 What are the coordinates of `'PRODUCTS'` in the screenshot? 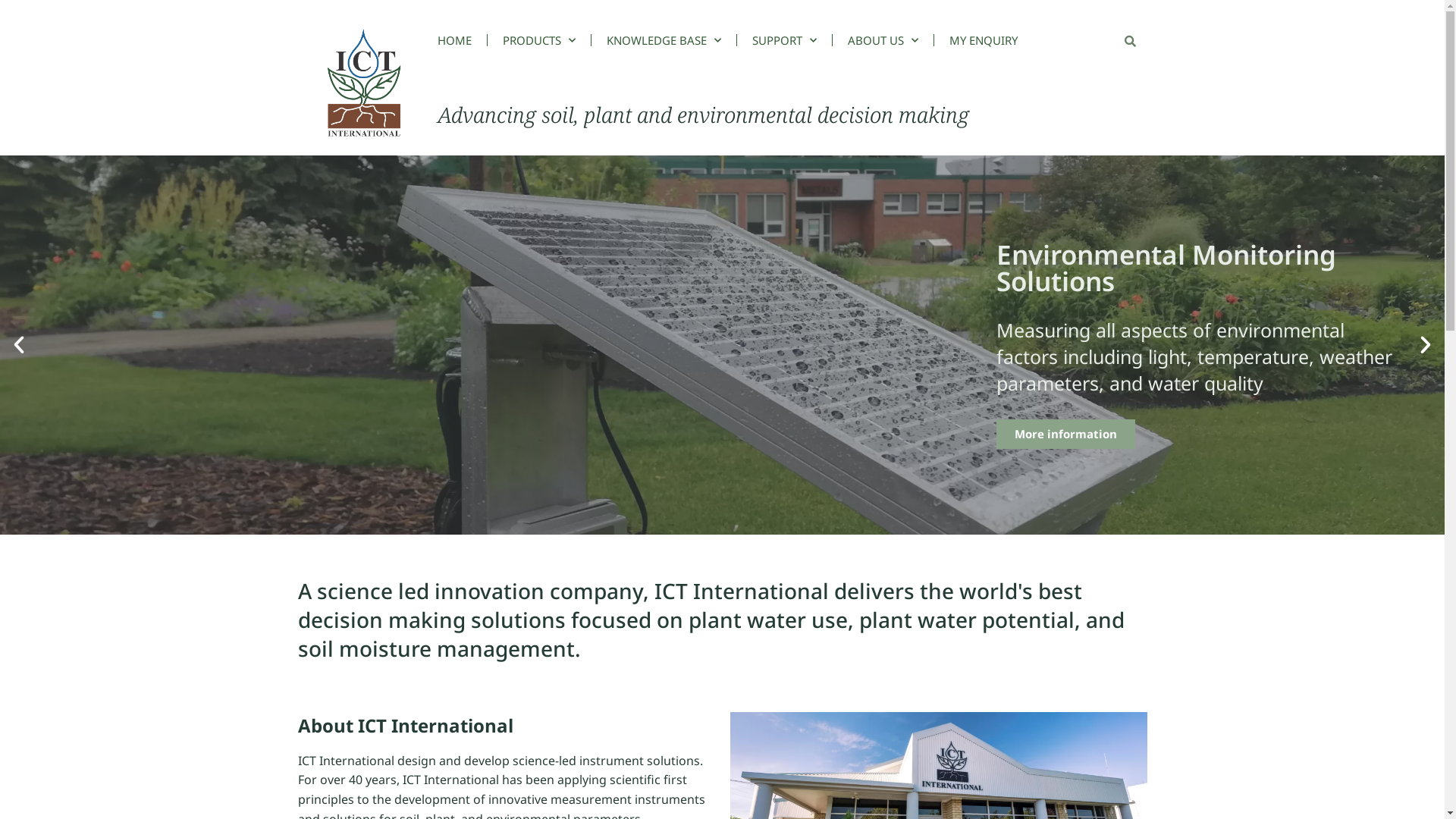 It's located at (538, 39).